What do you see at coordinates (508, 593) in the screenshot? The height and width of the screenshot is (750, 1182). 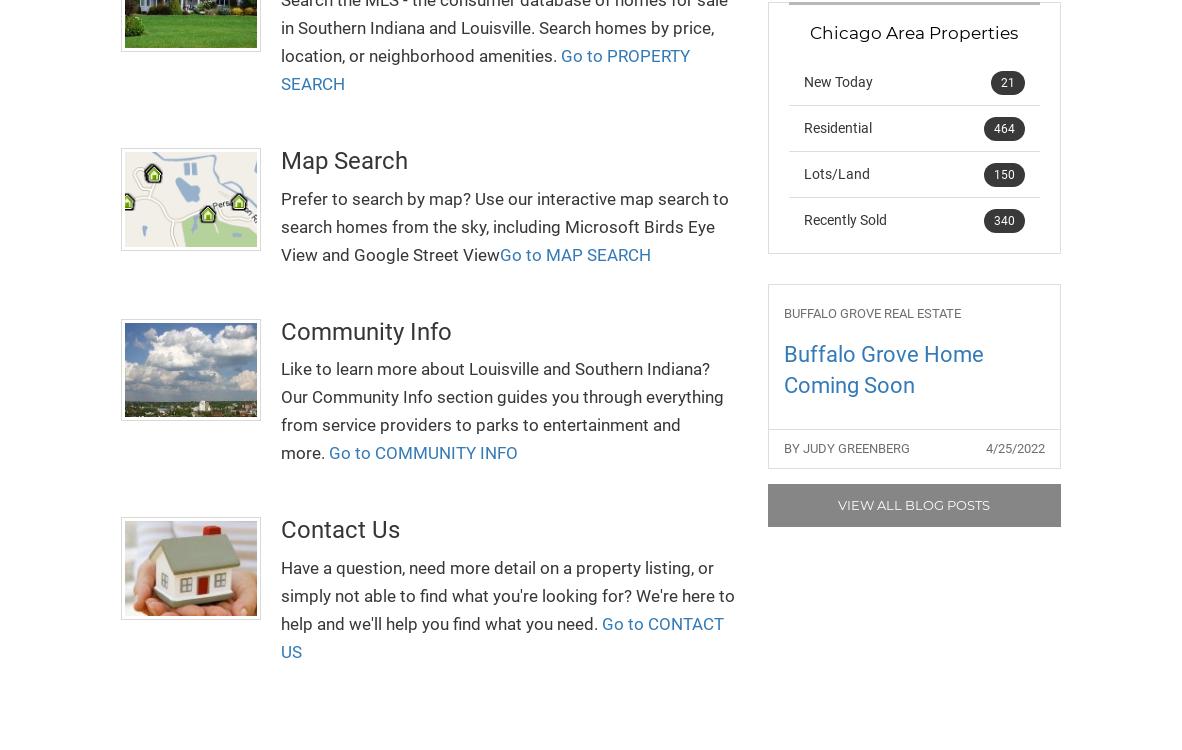 I see `'Have a question, need more detail on a property listing, or simply not able to find what you're looking for? We're here to help and we'll help you find what you need.'` at bounding box center [508, 593].